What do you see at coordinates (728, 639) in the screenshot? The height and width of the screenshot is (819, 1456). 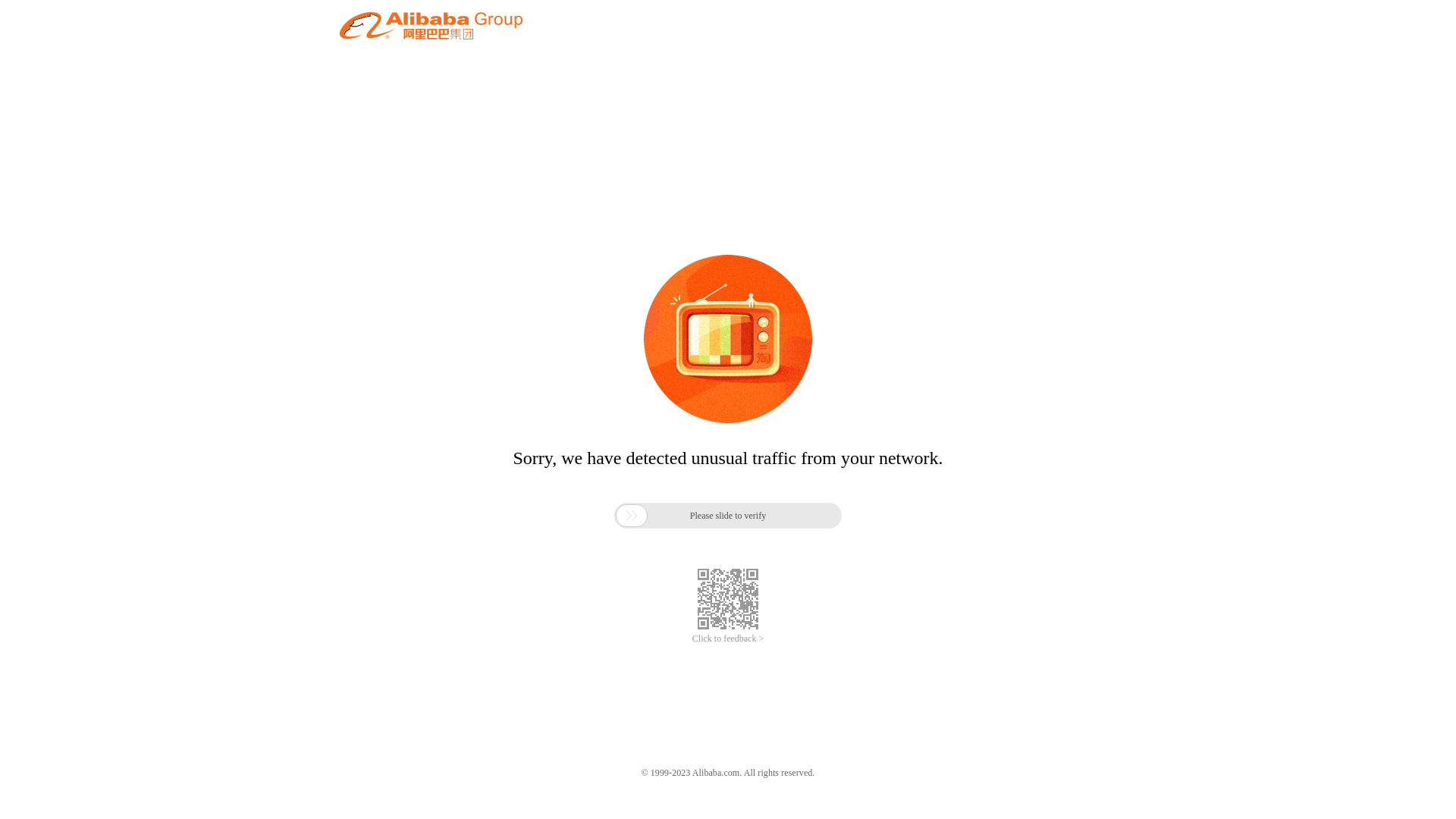 I see `'Click to feedback >'` at bounding box center [728, 639].